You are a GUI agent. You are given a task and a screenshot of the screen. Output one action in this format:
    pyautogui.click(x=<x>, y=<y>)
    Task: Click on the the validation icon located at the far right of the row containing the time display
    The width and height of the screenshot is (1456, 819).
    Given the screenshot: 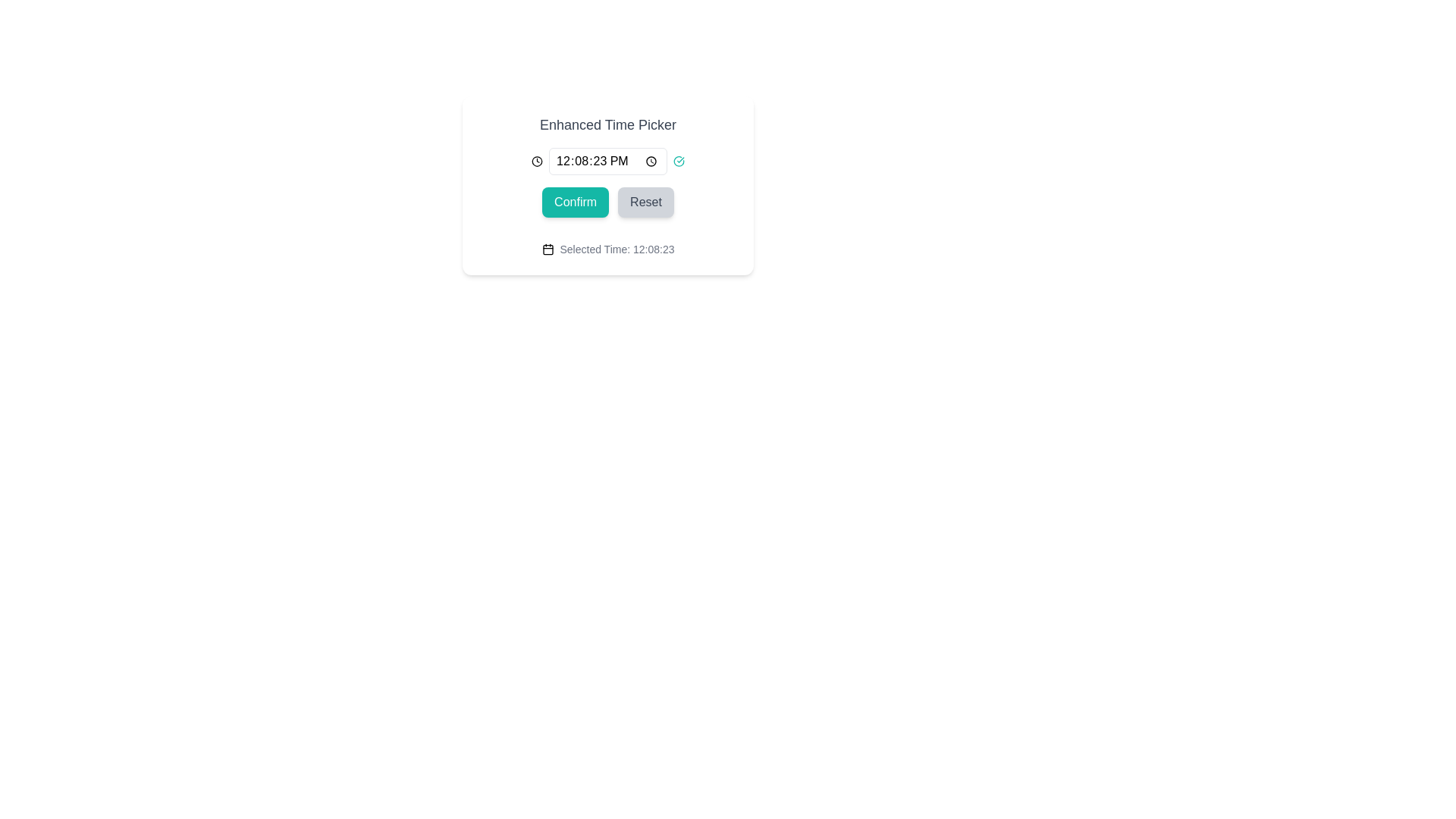 What is the action you would take?
    pyautogui.click(x=678, y=161)
    